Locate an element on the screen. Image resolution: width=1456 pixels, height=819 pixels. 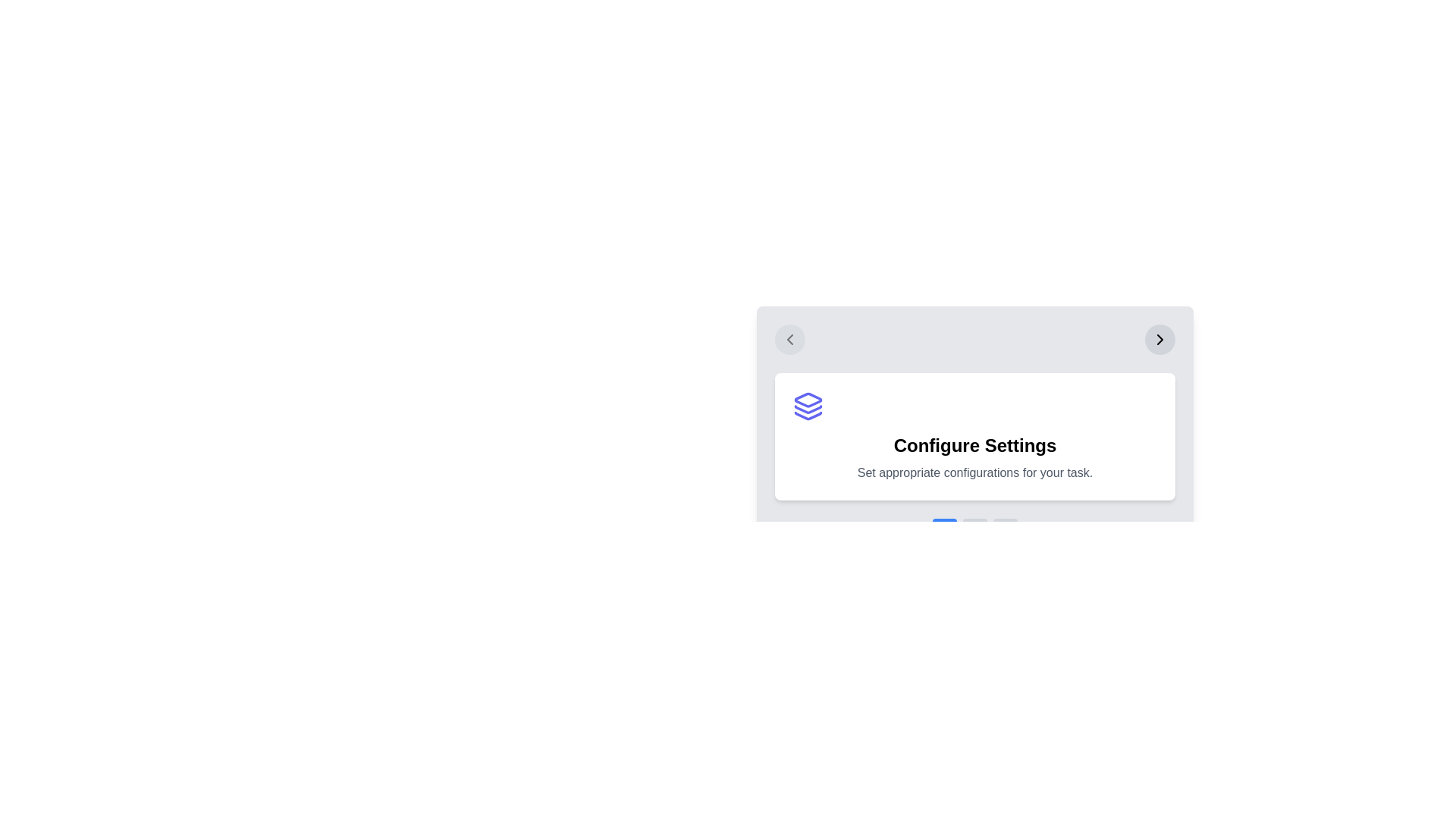
the step indicator corresponding to step 3 is located at coordinates (1005, 520).